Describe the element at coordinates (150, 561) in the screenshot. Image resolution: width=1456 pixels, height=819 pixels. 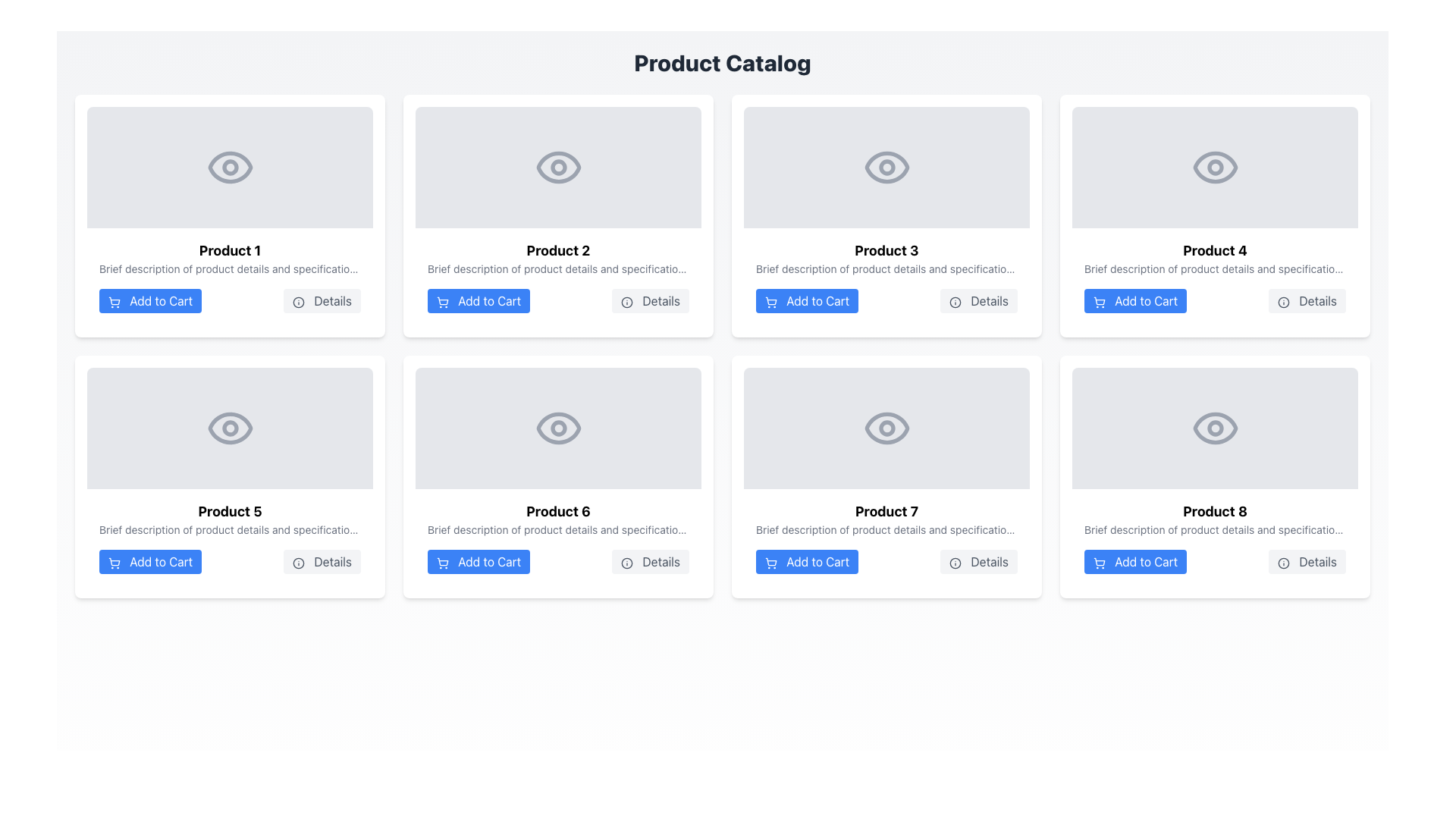
I see `the 'Add to Cart' button located in the lower section of the 'Product 5' card` at that location.